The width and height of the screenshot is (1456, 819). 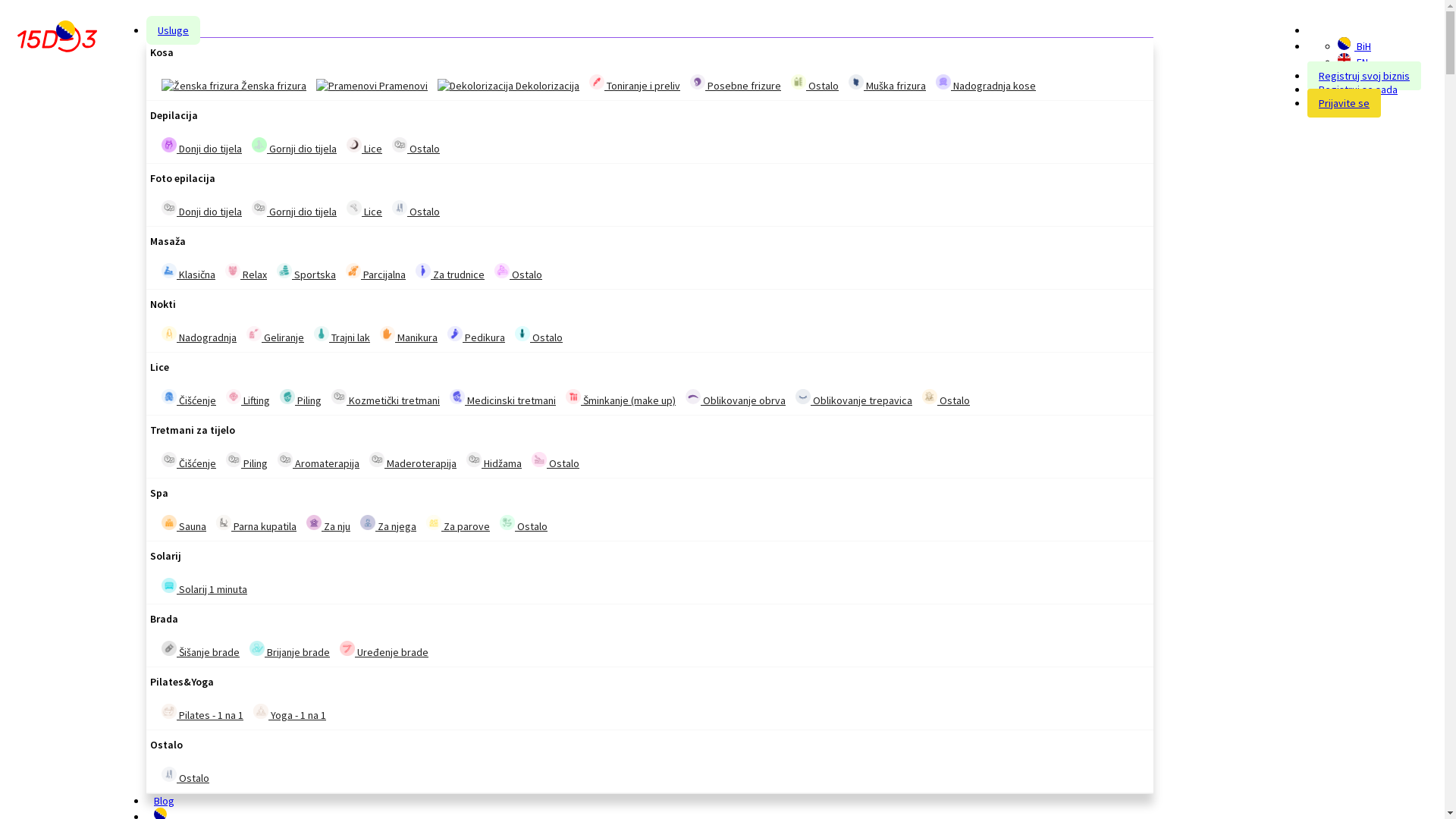 I want to click on 'Za nju', so click(x=312, y=522).